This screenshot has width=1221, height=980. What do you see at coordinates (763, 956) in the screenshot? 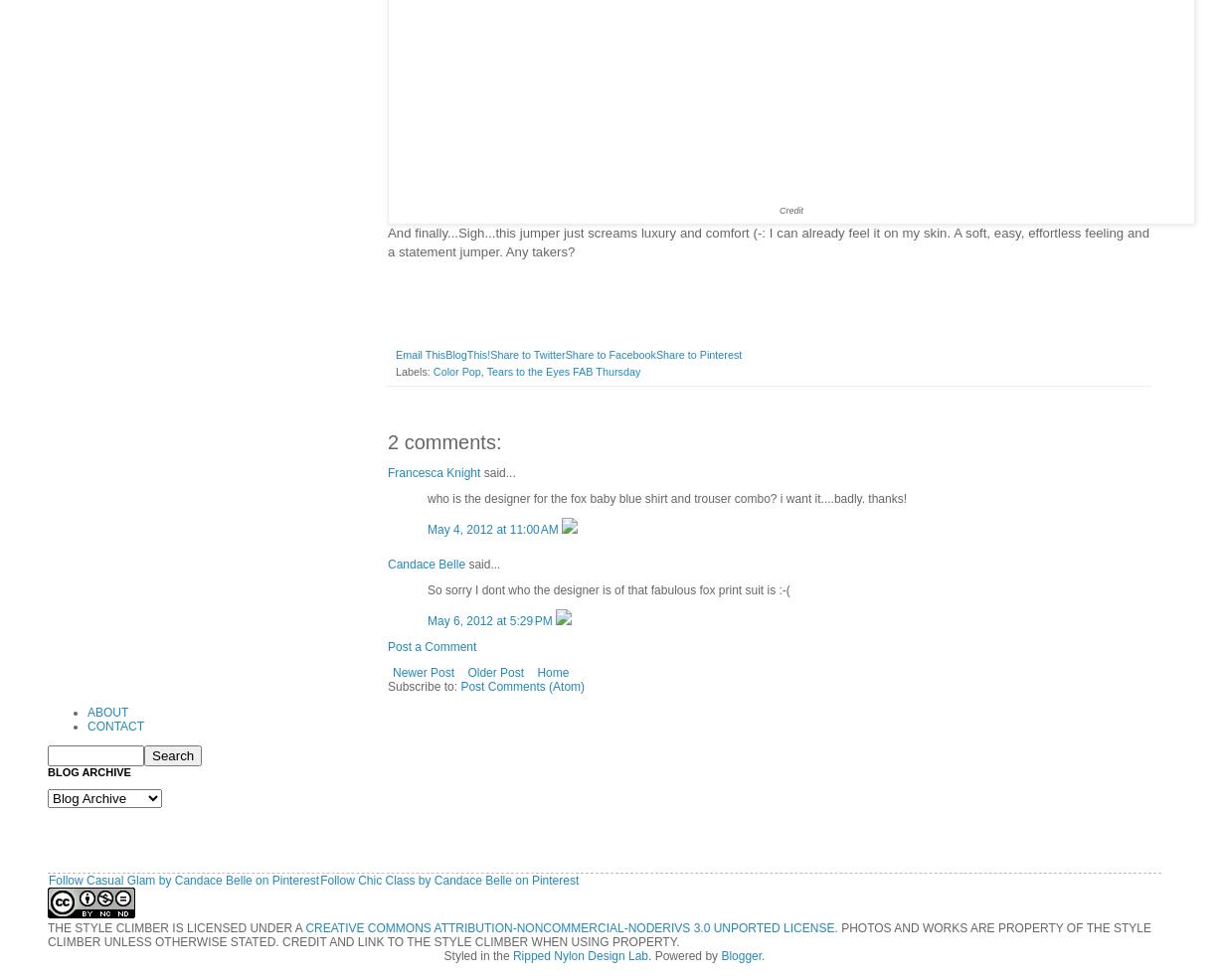
I see `'.'` at bounding box center [763, 956].